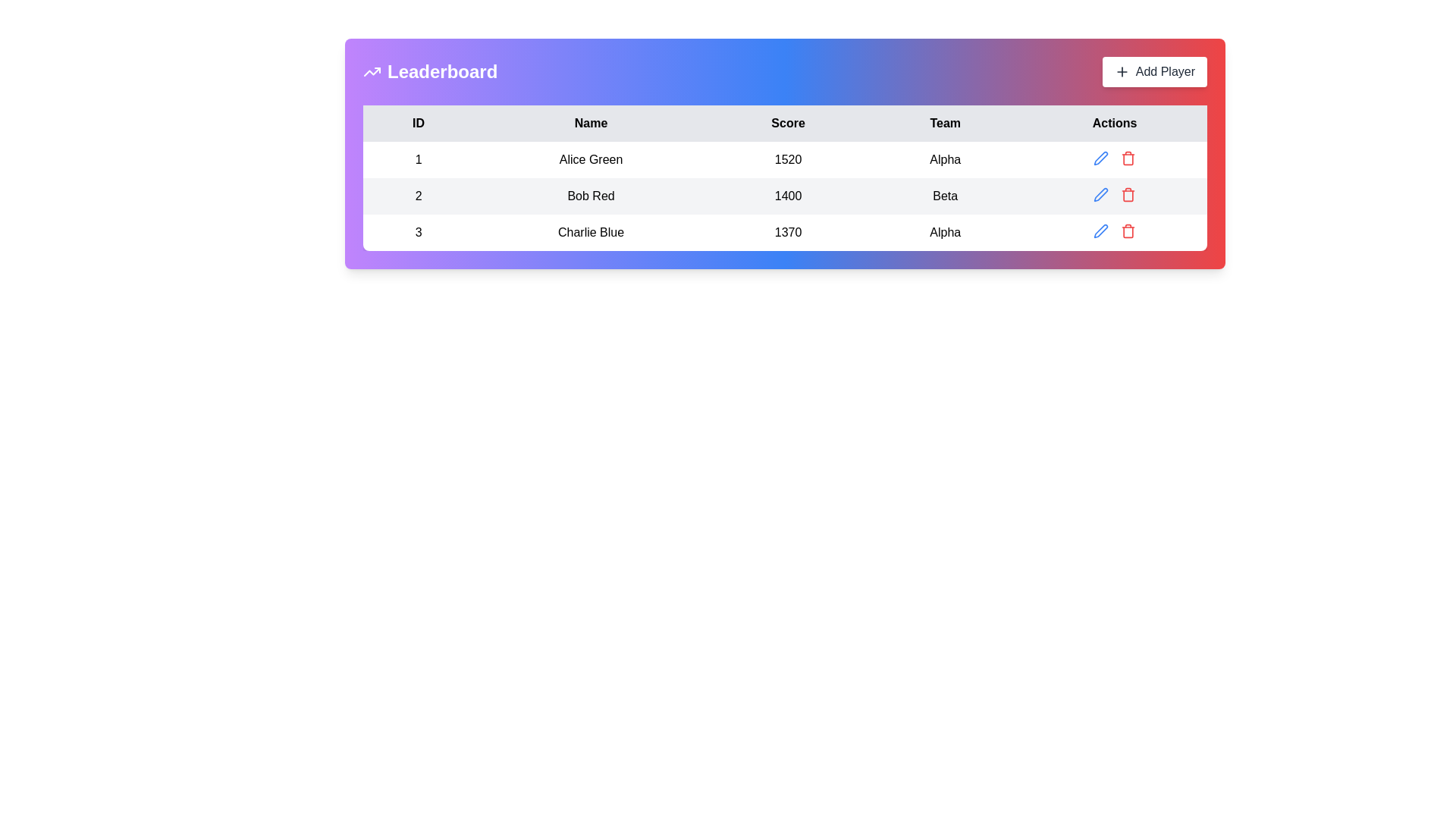 This screenshot has height=819, width=1456. Describe the element at coordinates (788, 122) in the screenshot. I see `the header labeled 'Score' which is styled with a light gray background and black text, positioned within a table header row` at that location.